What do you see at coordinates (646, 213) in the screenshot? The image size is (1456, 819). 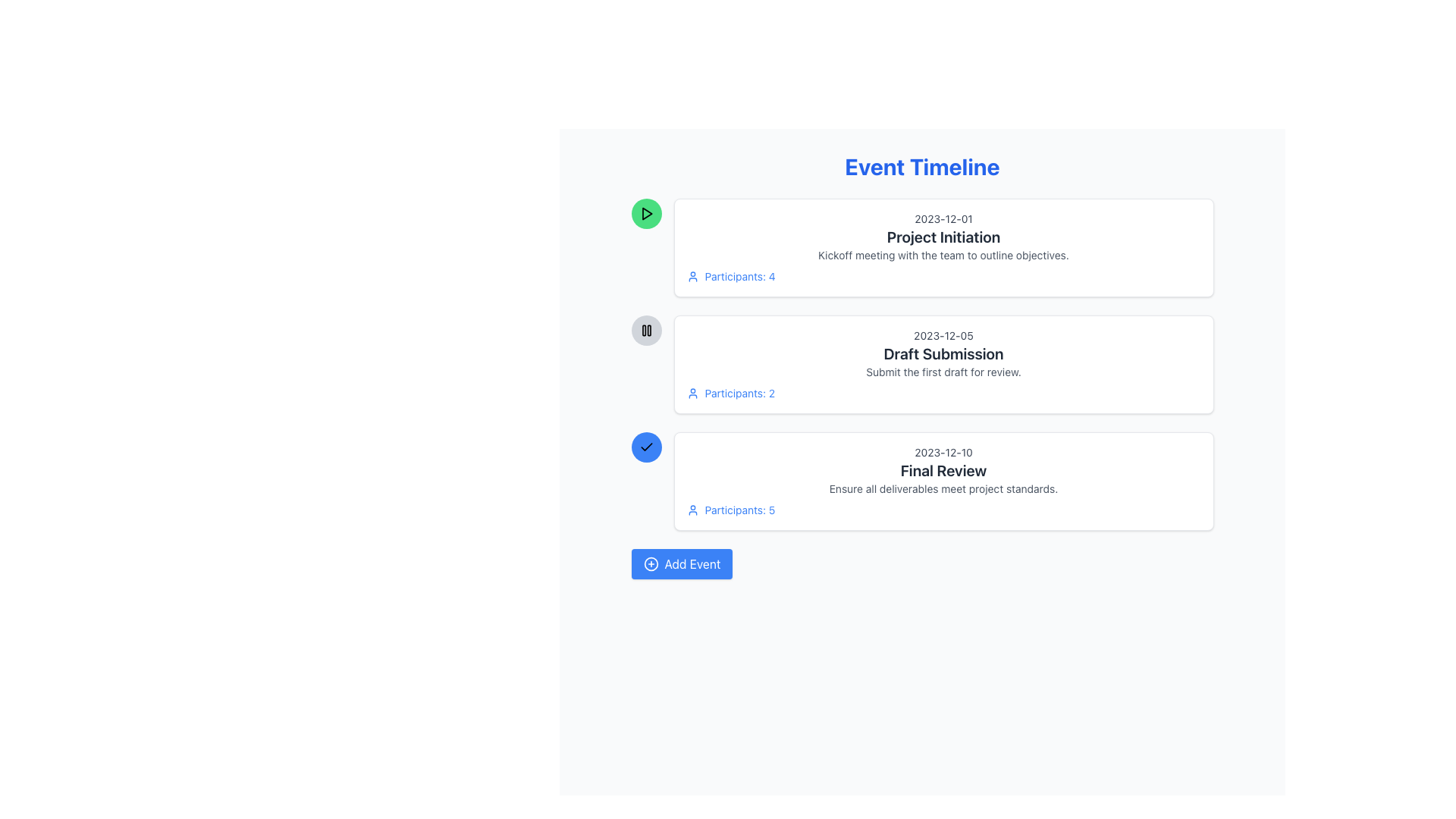 I see `the circular green button with a black play icon to initiate the 'Project Initiation' task` at bounding box center [646, 213].